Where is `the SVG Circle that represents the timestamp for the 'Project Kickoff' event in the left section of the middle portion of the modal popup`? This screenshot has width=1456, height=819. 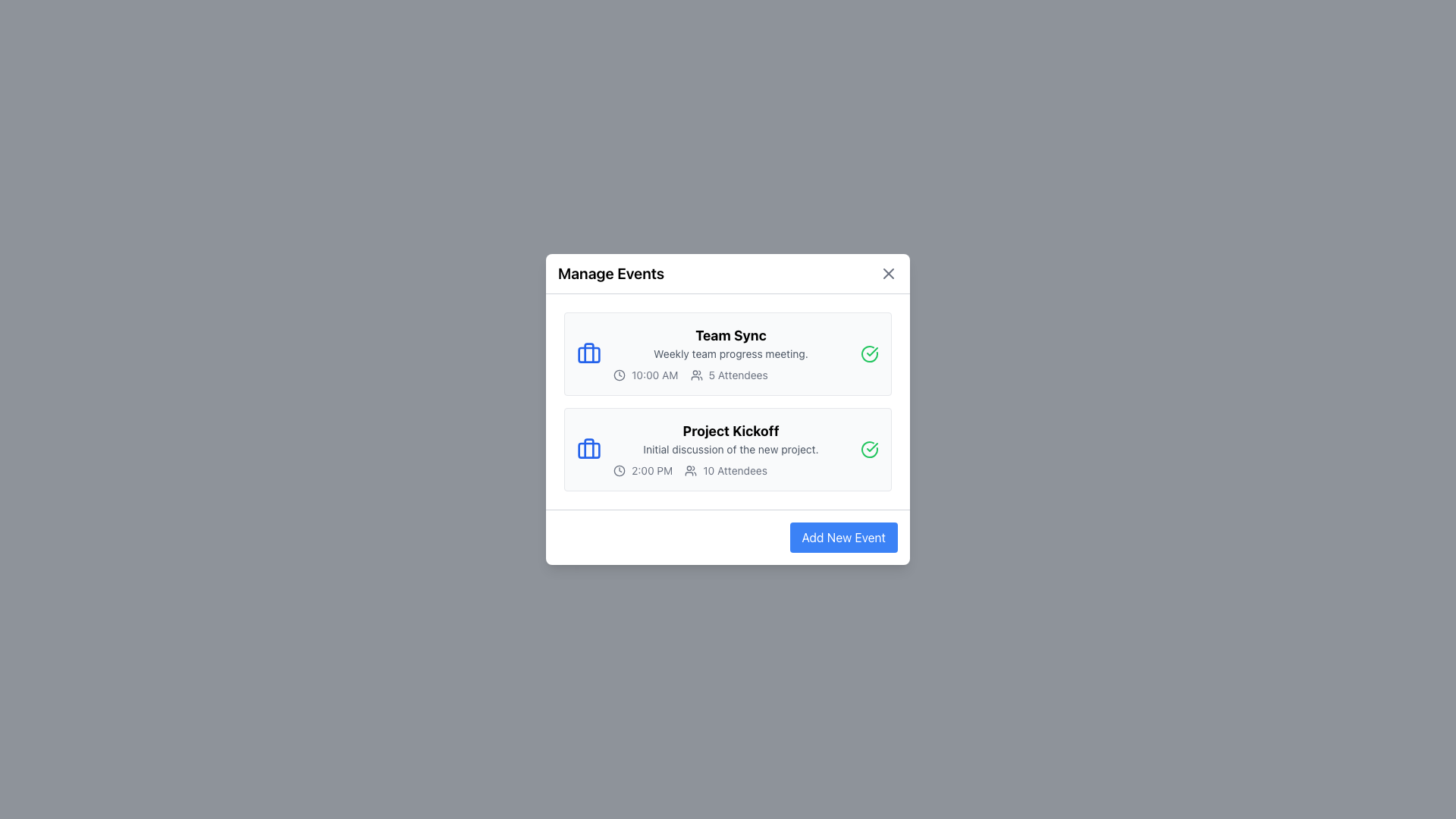 the SVG Circle that represents the timestamp for the 'Project Kickoff' event in the left section of the middle portion of the modal popup is located at coordinates (619, 470).